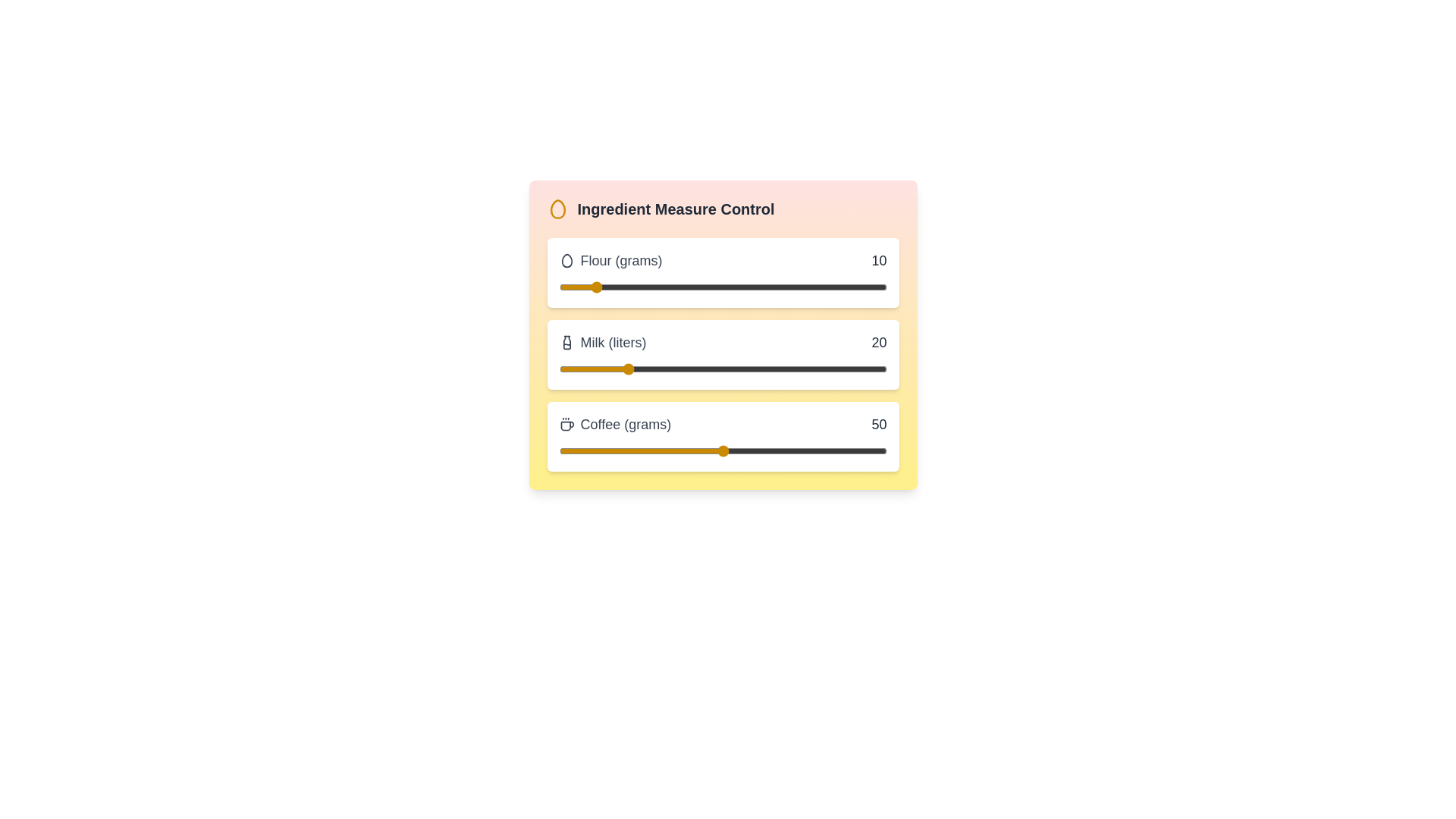 Image resolution: width=1456 pixels, height=819 pixels. I want to click on the milk quantity, so click(604, 369).